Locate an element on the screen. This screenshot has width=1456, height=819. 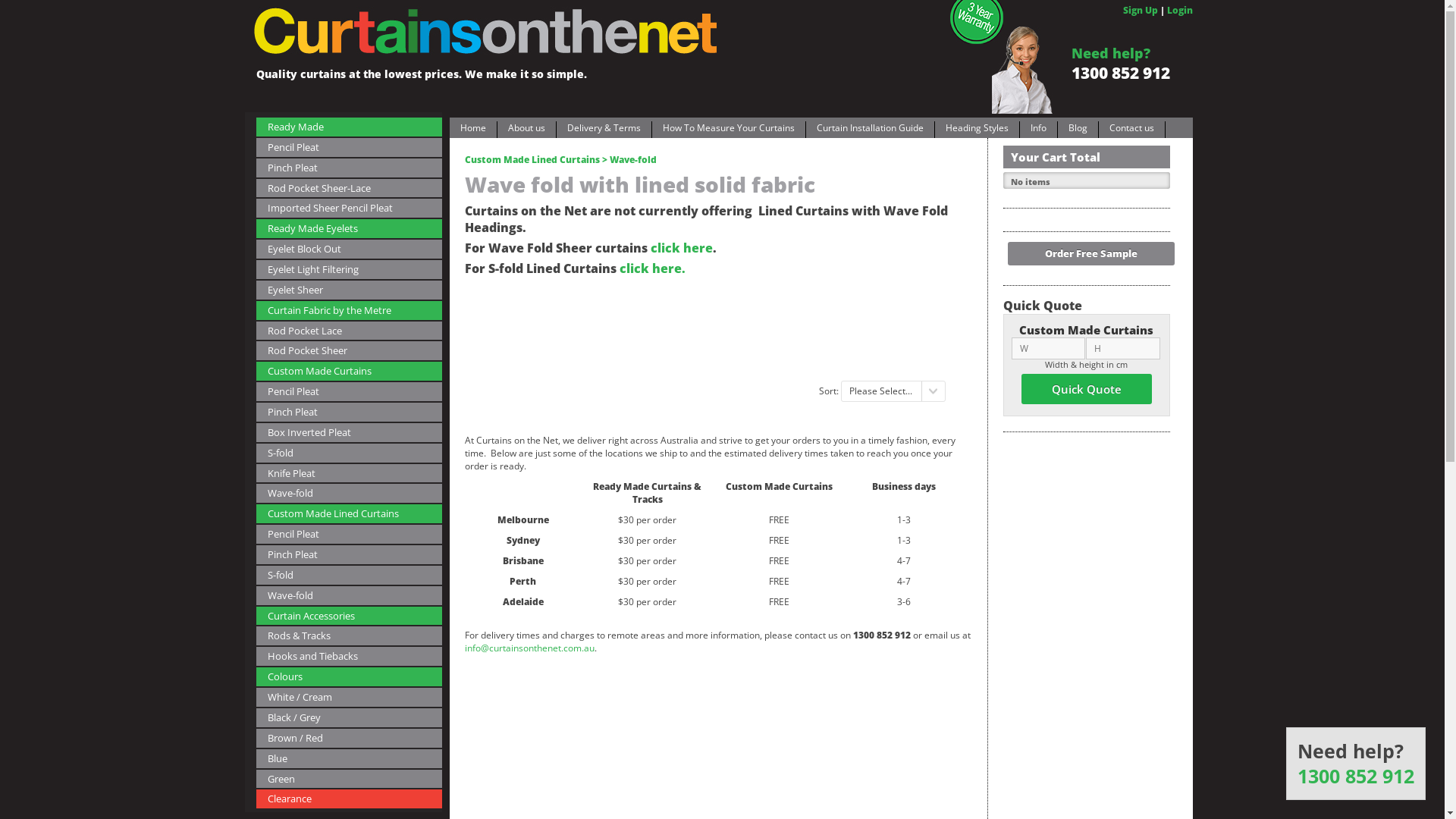
'Black / Grey' is located at coordinates (256, 717).